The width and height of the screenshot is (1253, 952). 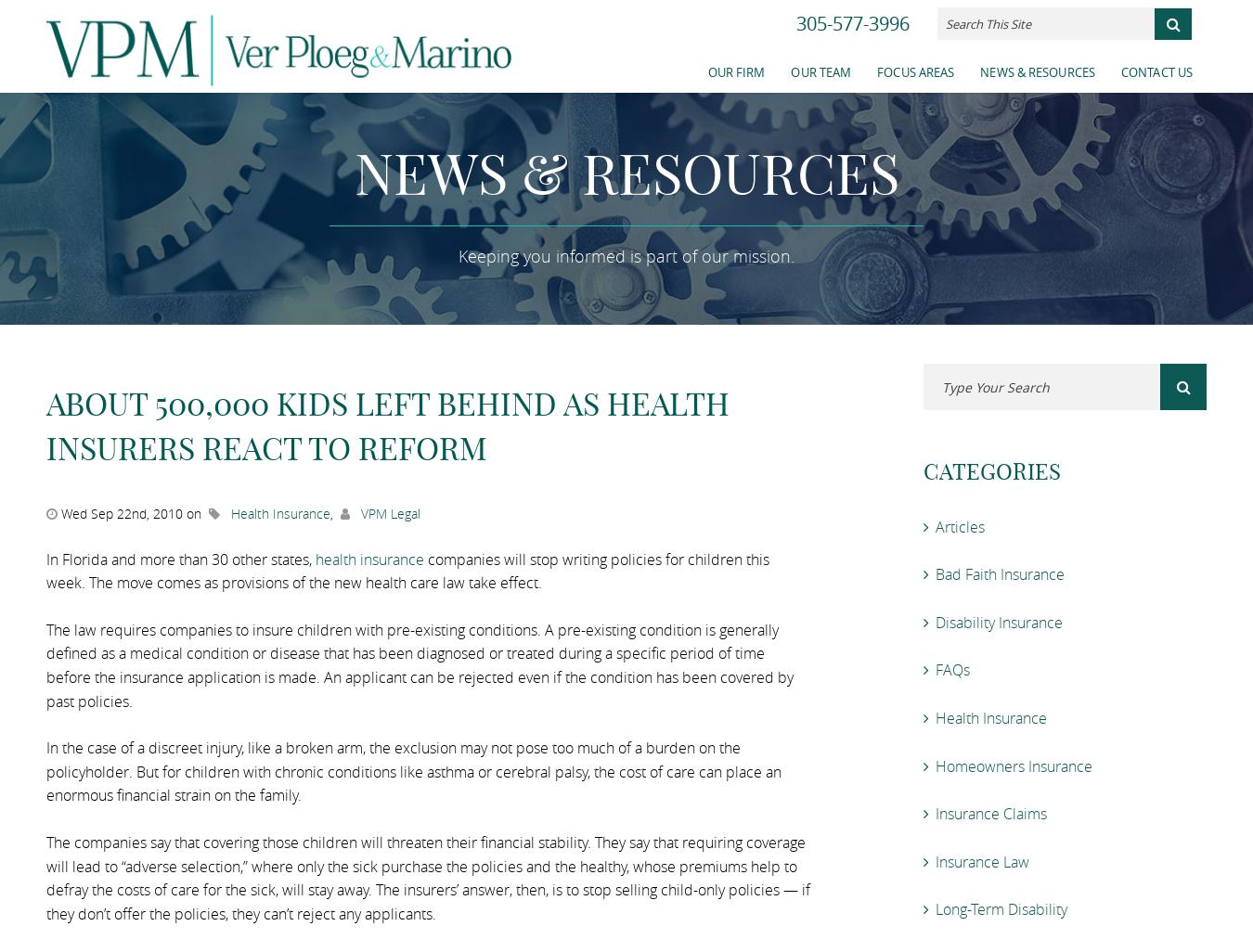 I want to click on 'The companies say that covering those children will threaten their financial stability. They say that requiring coverage will lead to “adverse selection,” where only the sick purchase the policies and the healthy, whose premiums help to defray the costs of care for the sick, will stay away. The insurers’ answer, then, is to stop selling child-only policies — if they don’t offer the policies, they can’t reject any applicants.', so click(x=427, y=877).